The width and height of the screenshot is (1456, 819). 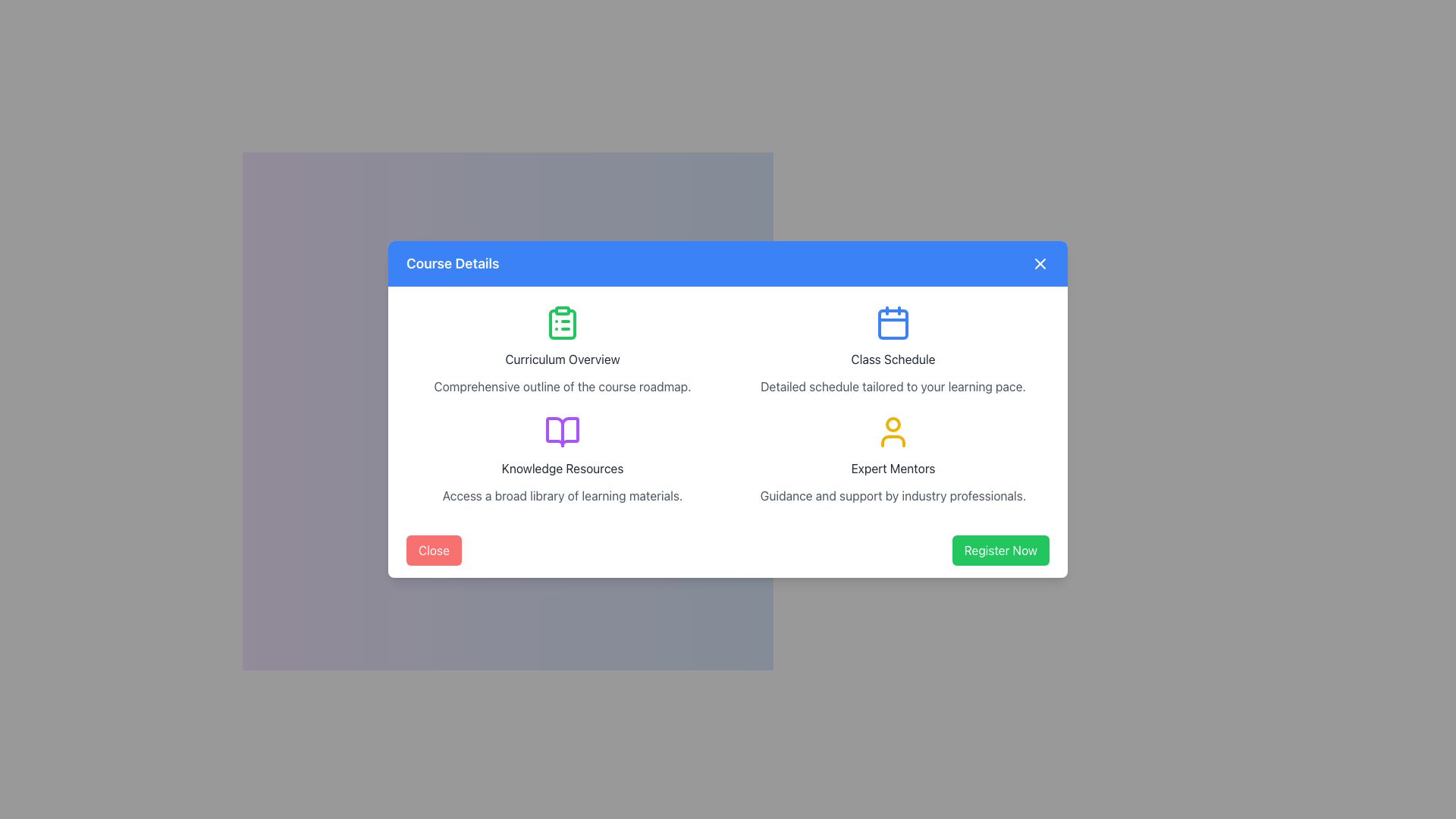 What do you see at coordinates (562, 458) in the screenshot?
I see `the 'Knowledge Resources' informational panel, which is the third item in the grid layout, located in the bottom-left quadrant` at bounding box center [562, 458].